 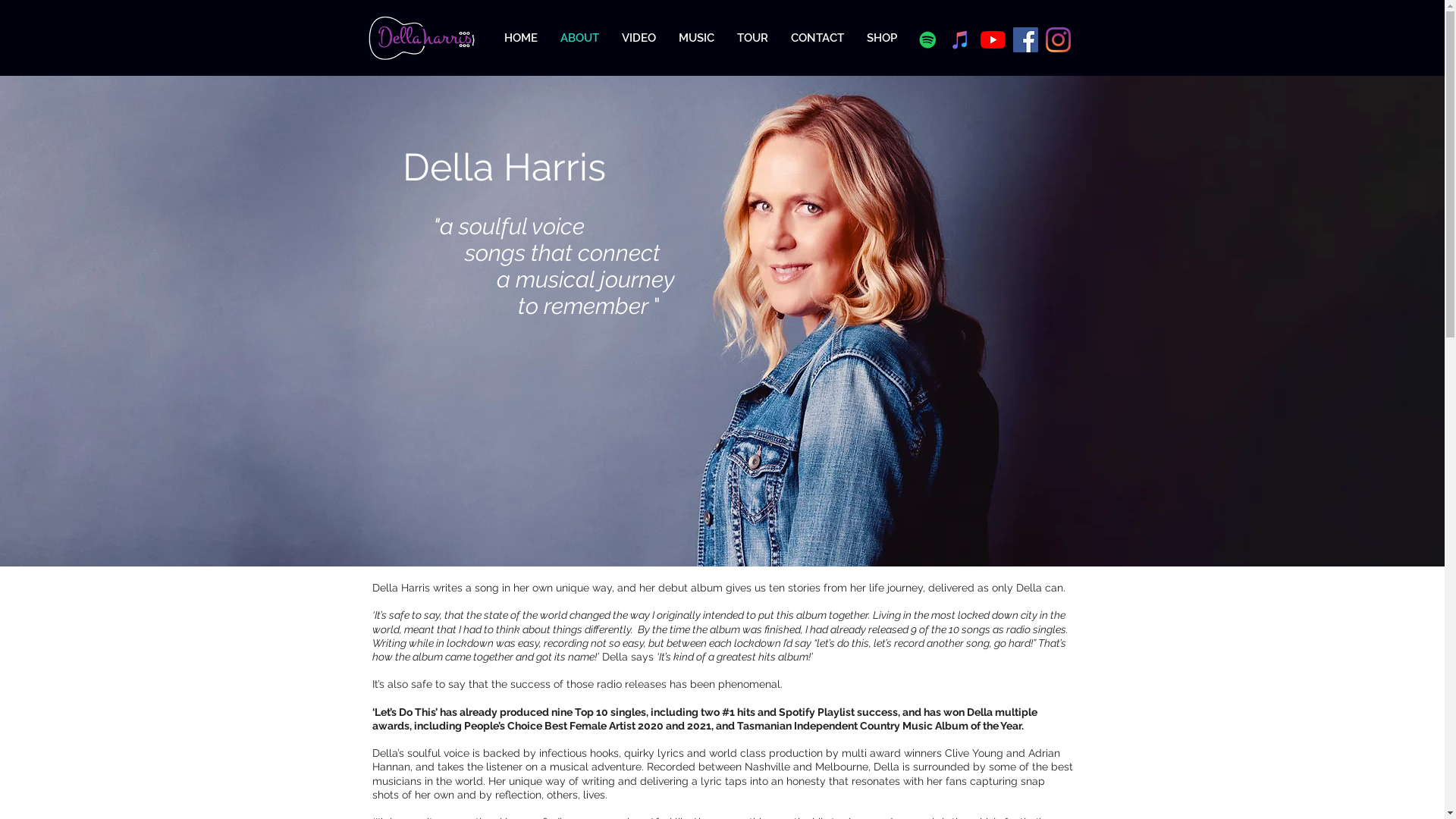 I want to click on 'ABOUT', so click(x=579, y=37).